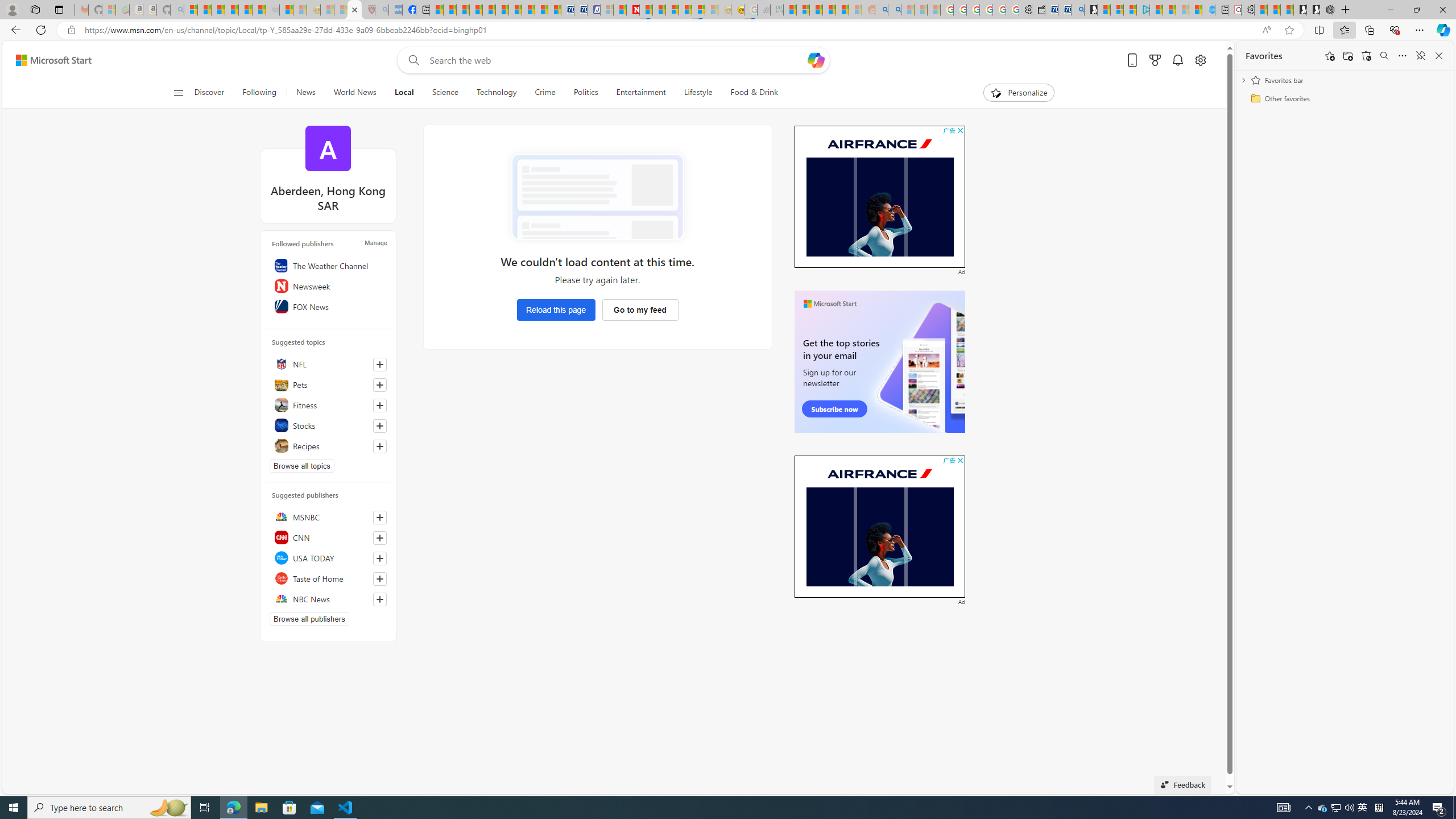  What do you see at coordinates (380, 446) in the screenshot?
I see `'Follow this topic'` at bounding box center [380, 446].